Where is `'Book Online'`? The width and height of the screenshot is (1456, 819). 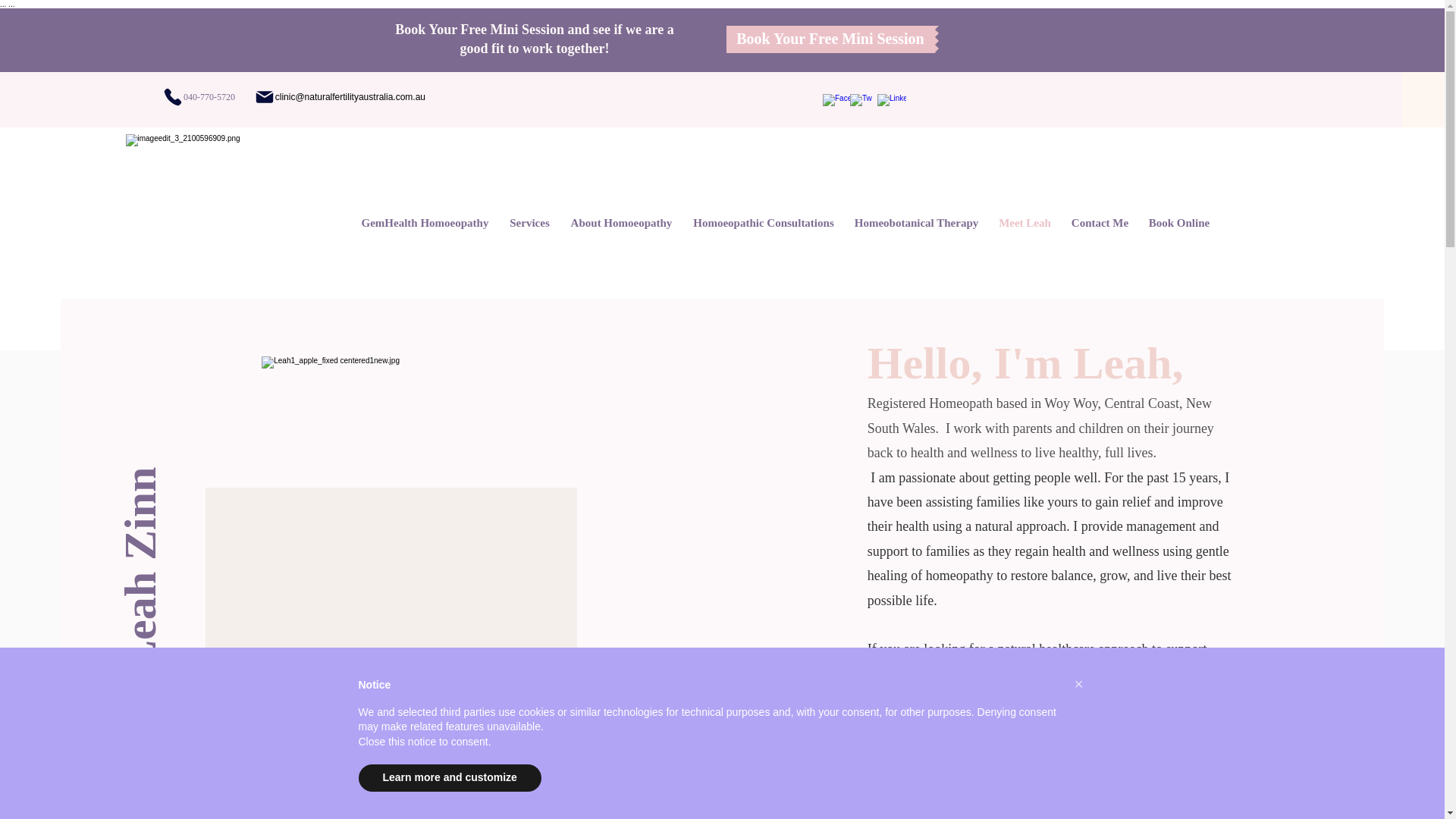
'Book Online' is located at coordinates (1178, 222).